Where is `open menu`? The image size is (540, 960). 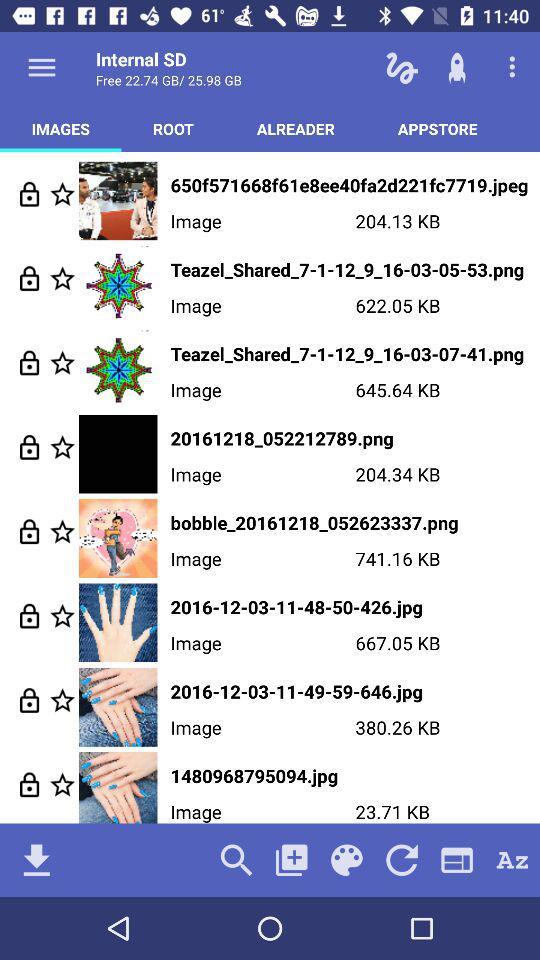 open menu is located at coordinates (42, 67).